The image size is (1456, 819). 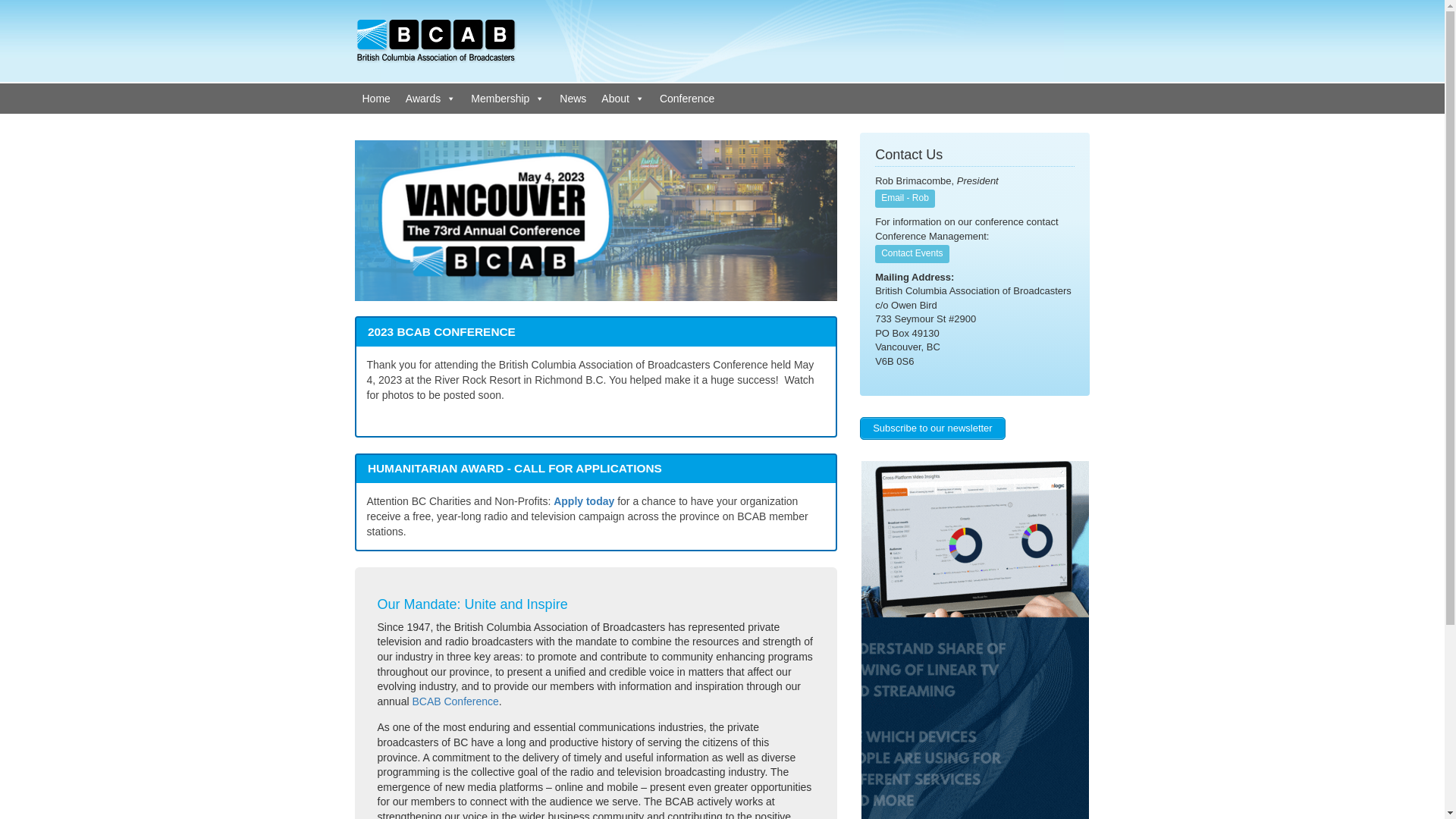 I want to click on 'Apply today', so click(x=552, y=500).